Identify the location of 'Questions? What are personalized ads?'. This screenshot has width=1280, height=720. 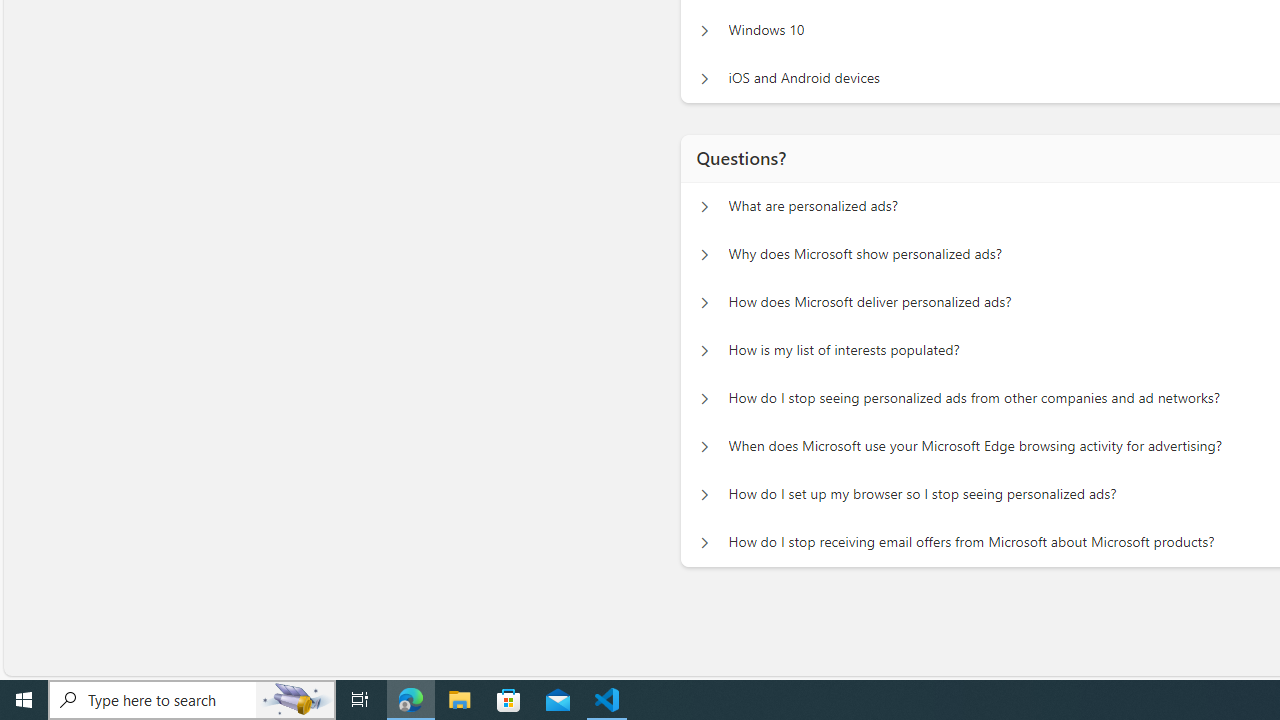
(704, 206).